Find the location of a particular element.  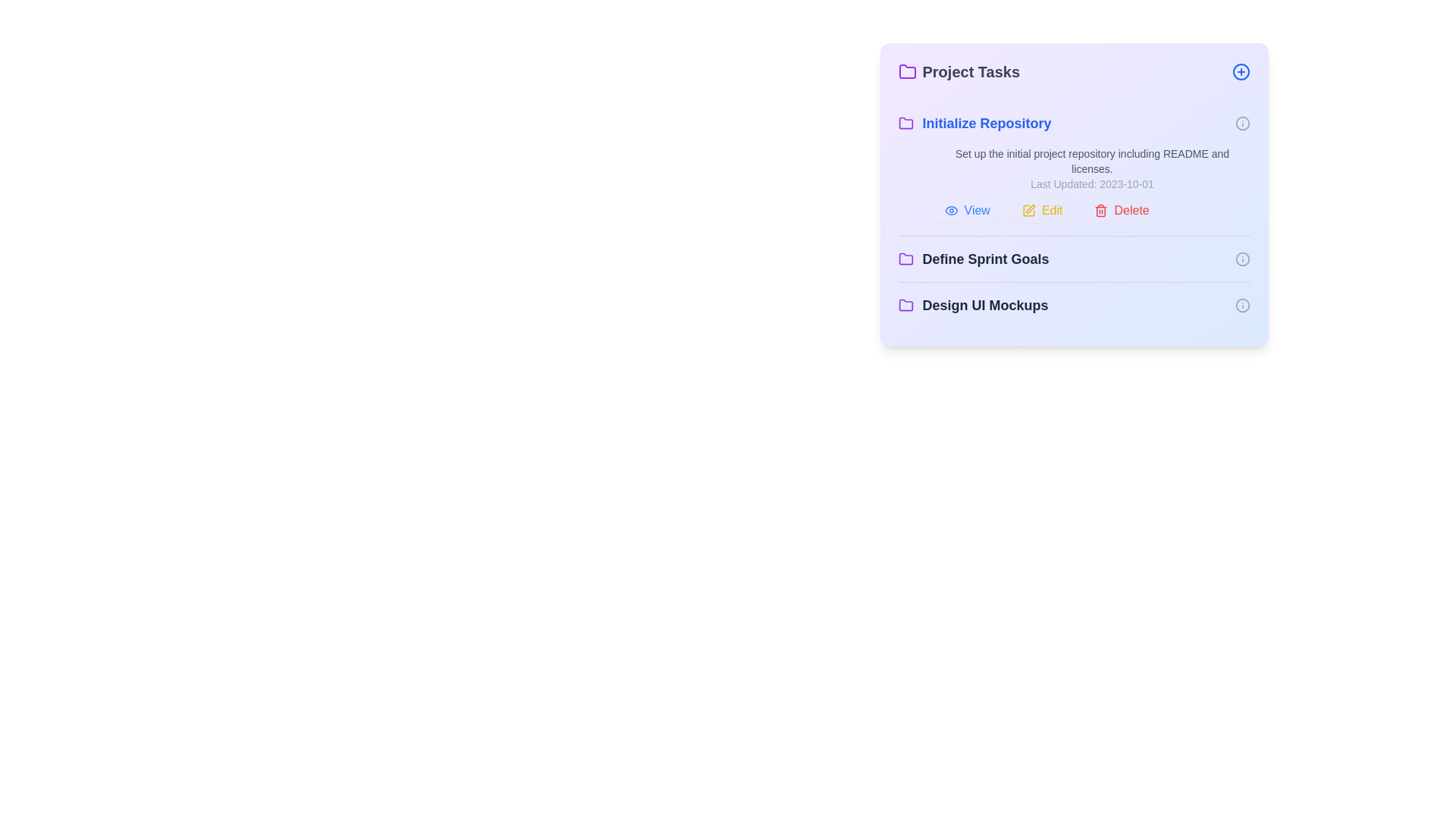

the Circle element which is part of the SVG graphics located on the sidebar is located at coordinates (1242, 122).